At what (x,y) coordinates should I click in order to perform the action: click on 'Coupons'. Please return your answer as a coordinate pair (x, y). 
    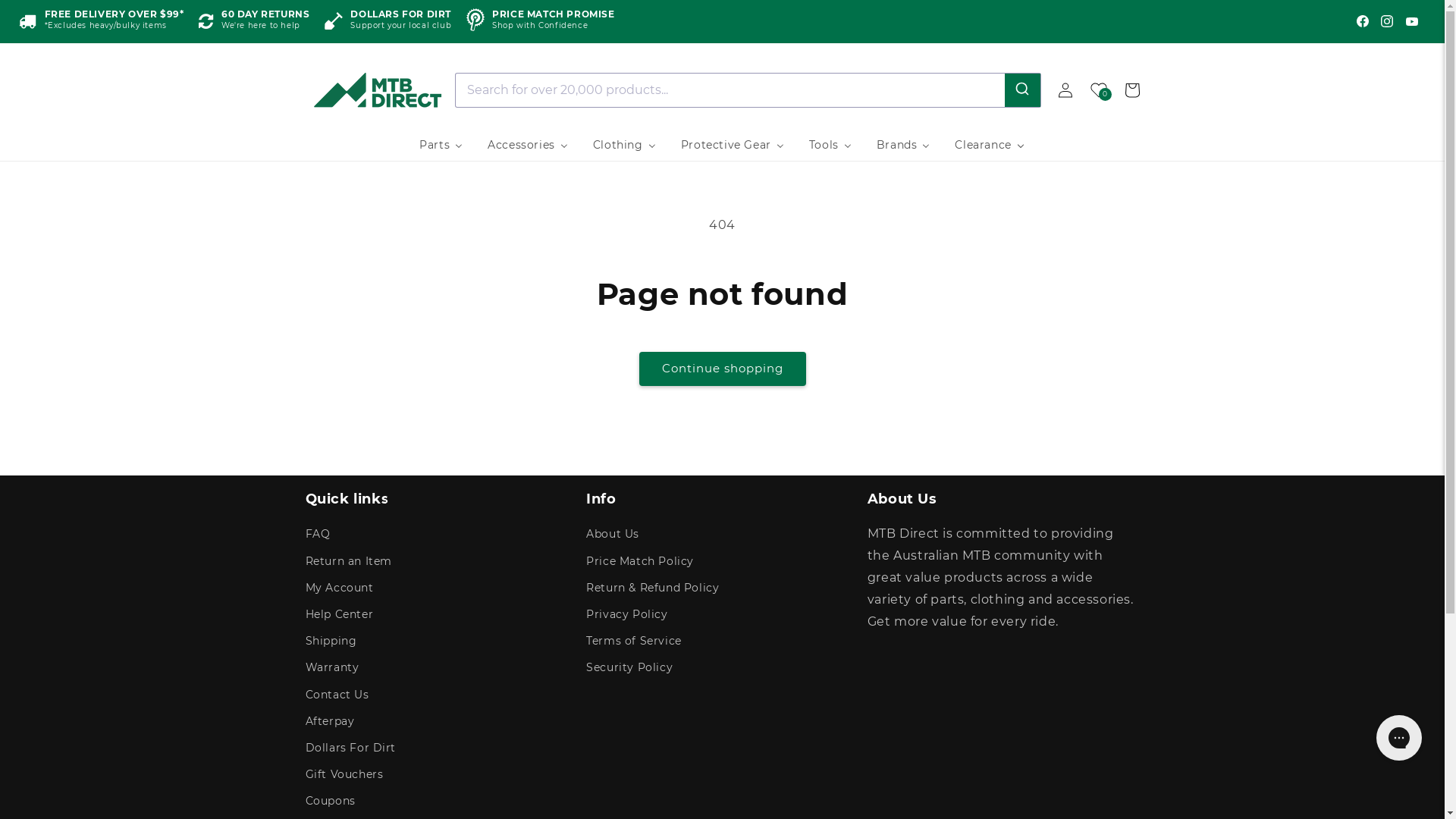
    Looking at the image, I should click on (329, 800).